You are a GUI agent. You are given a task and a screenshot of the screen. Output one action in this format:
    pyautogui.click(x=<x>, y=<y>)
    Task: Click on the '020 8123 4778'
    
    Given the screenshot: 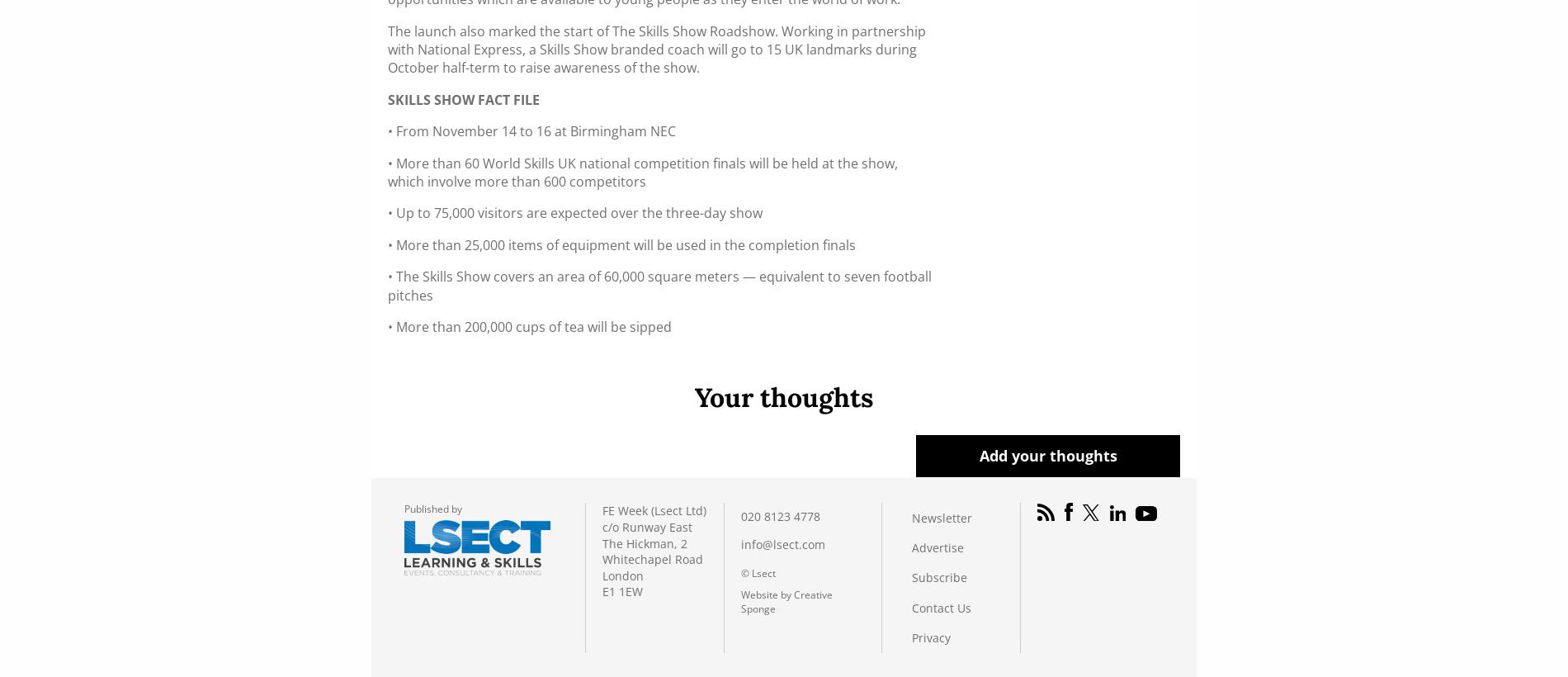 What is the action you would take?
    pyautogui.click(x=779, y=515)
    